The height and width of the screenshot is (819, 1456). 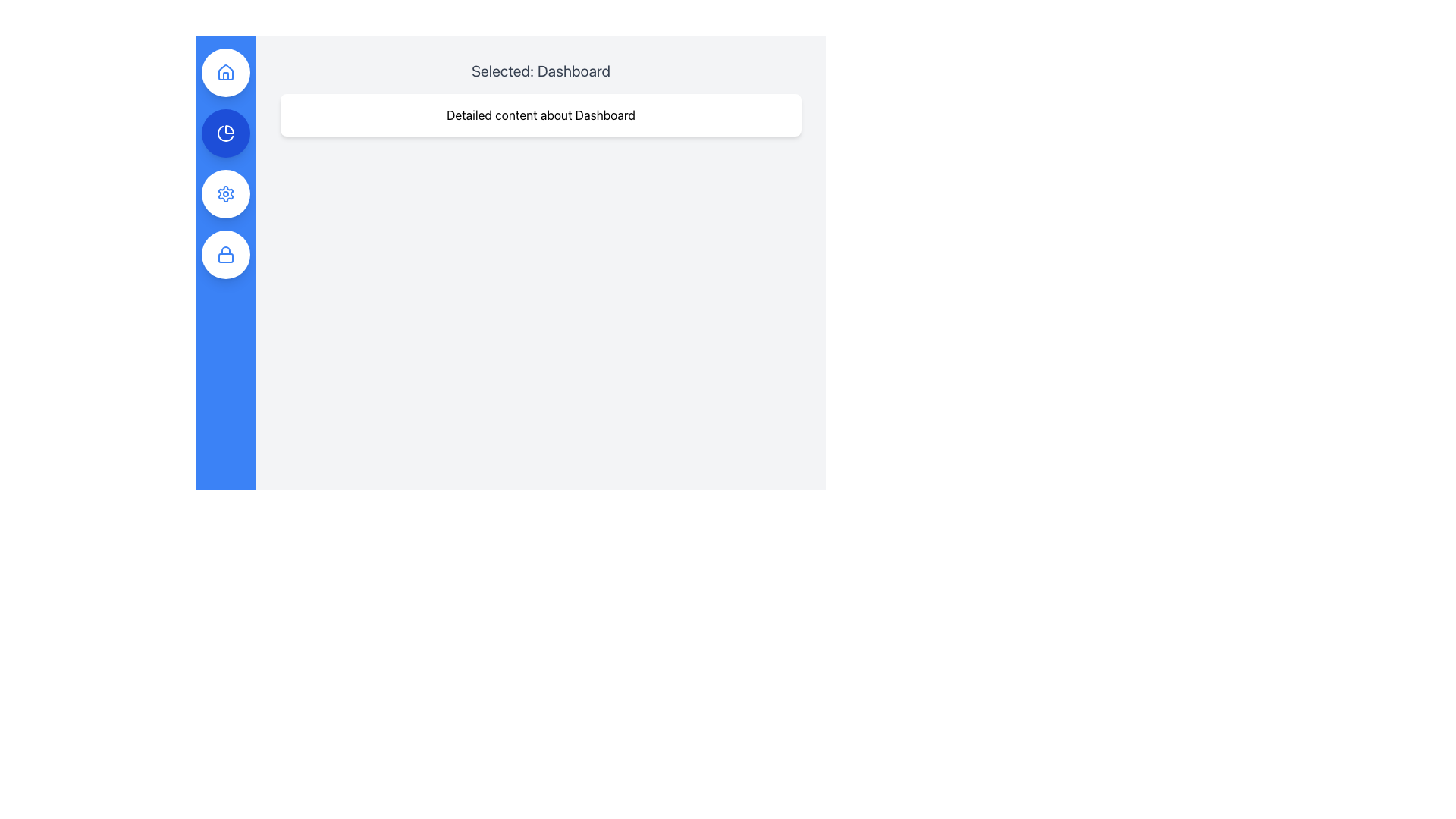 I want to click on the circular icon button with a gear-like symbol, located in the vertical navigation bar, so click(x=224, y=193).